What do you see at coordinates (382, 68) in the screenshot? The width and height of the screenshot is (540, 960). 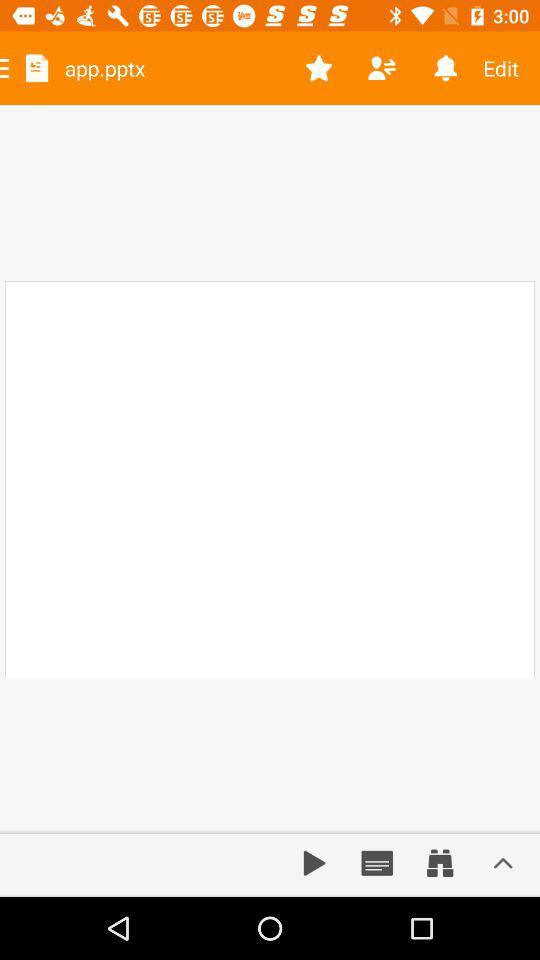 I see `connected people` at bounding box center [382, 68].